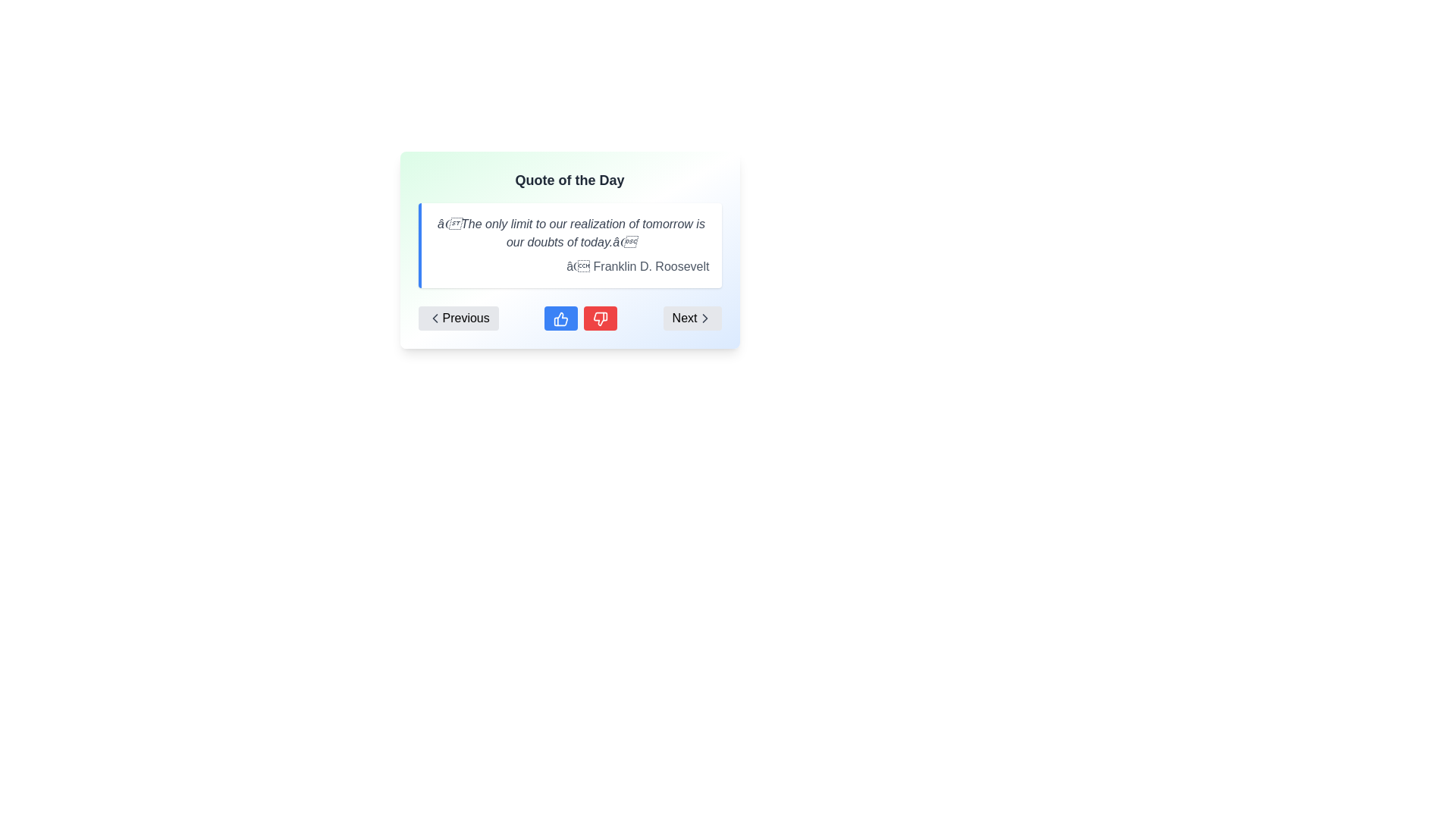 The height and width of the screenshot is (819, 1456). What do you see at coordinates (600, 318) in the screenshot?
I see `the downvote button located in the horizontal row of buttons below the quote, positioned to the right of the thumbs-up button and to the left of the 'Next >' button` at bounding box center [600, 318].